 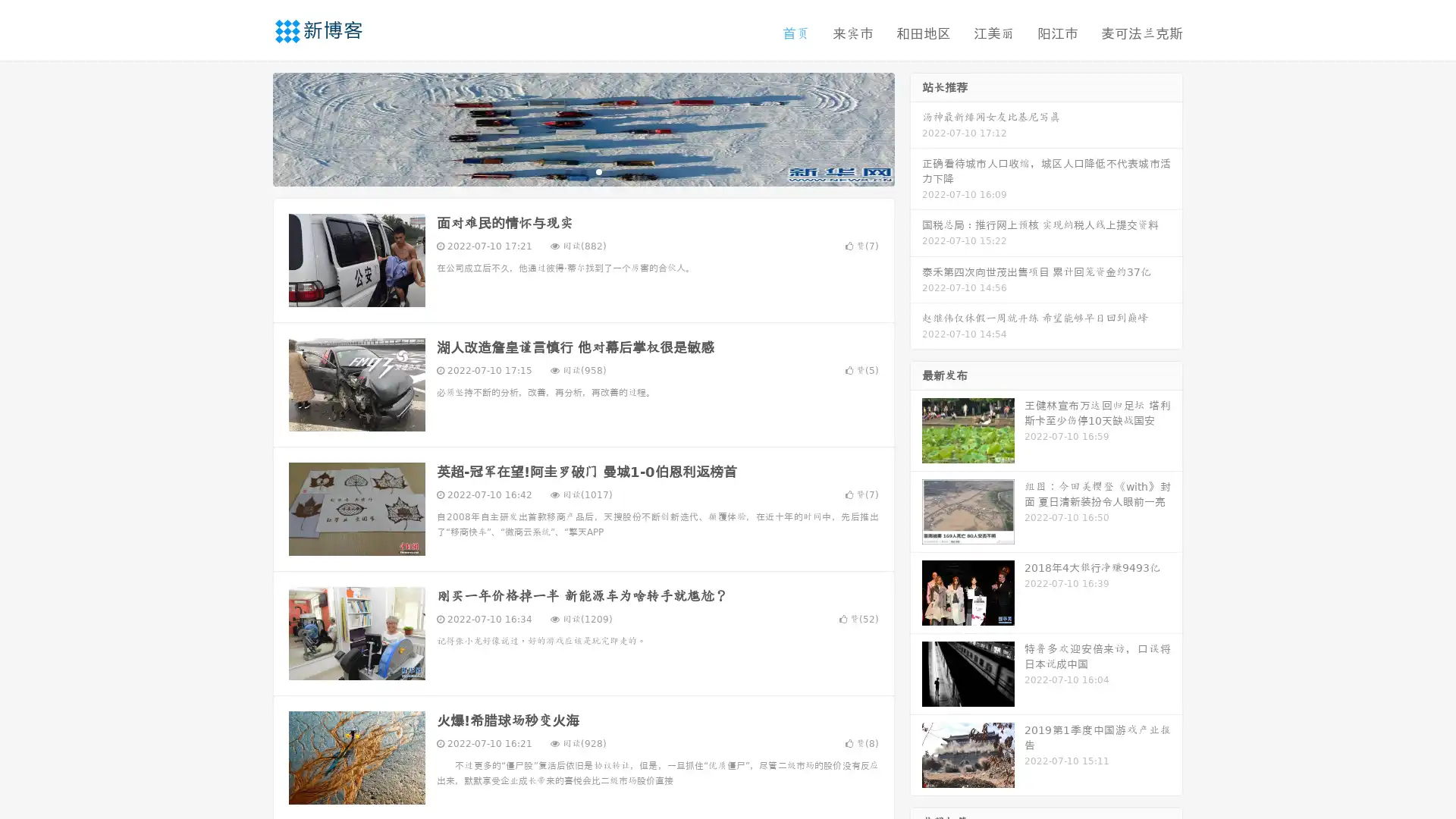 What do you see at coordinates (916, 127) in the screenshot?
I see `Next slide` at bounding box center [916, 127].